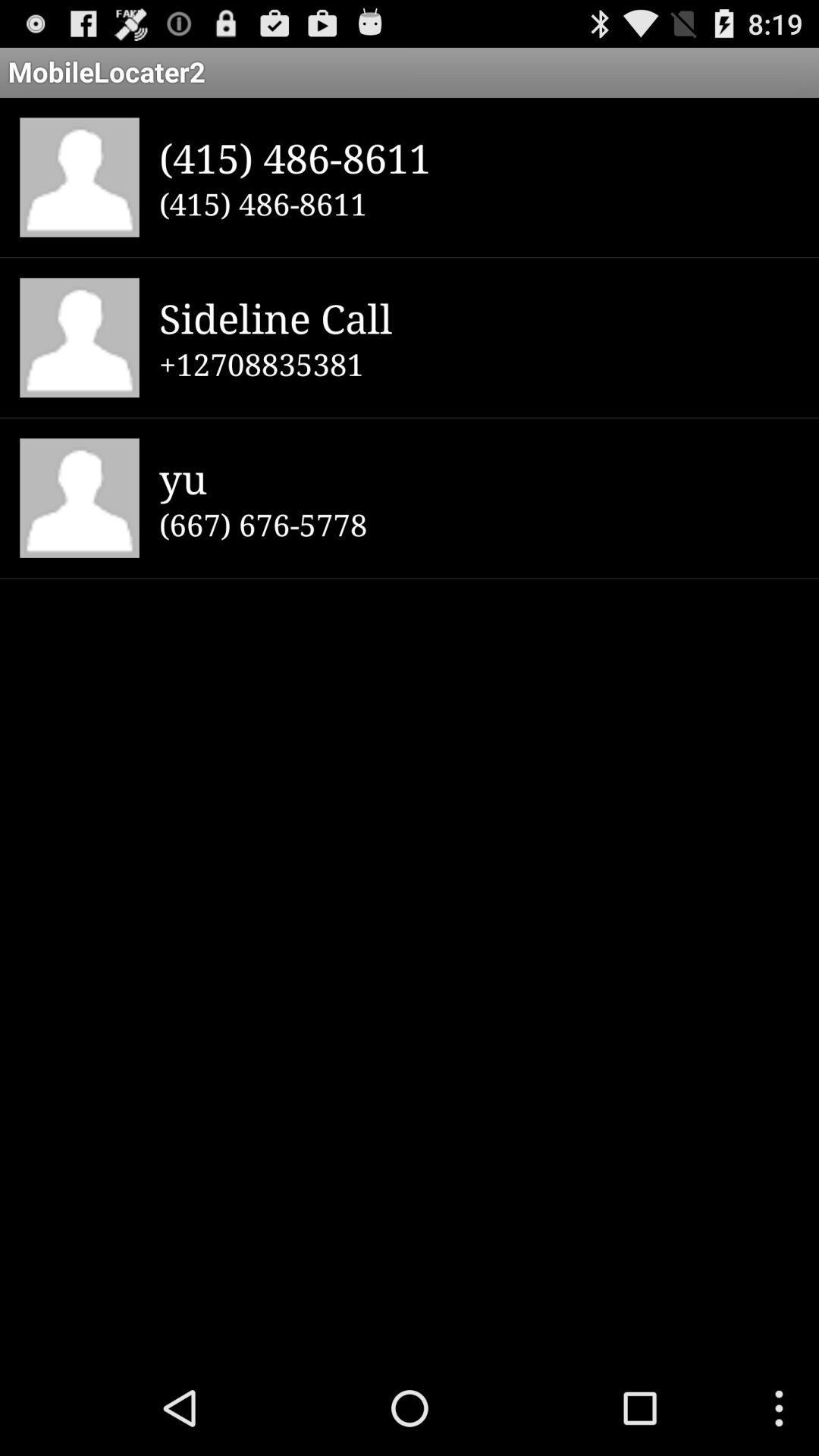 The width and height of the screenshot is (819, 1456). What do you see at coordinates (479, 317) in the screenshot?
I see `the item above the +12708835381 app` at bounding box center [479, 317].